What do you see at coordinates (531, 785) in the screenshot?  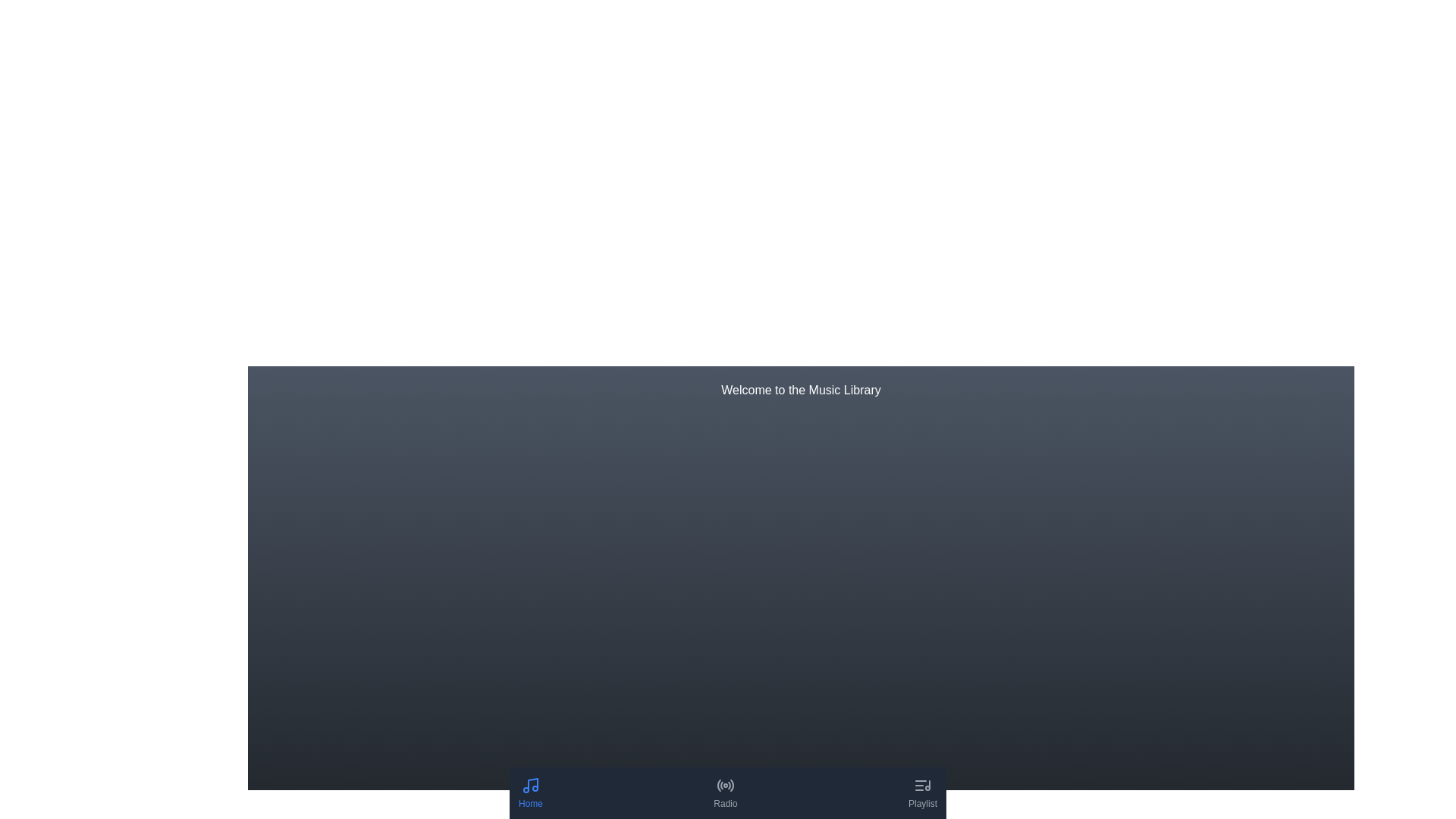 I see `the first SVG-based icon in the bottom navigation bar` at bounding box center [531, 785].